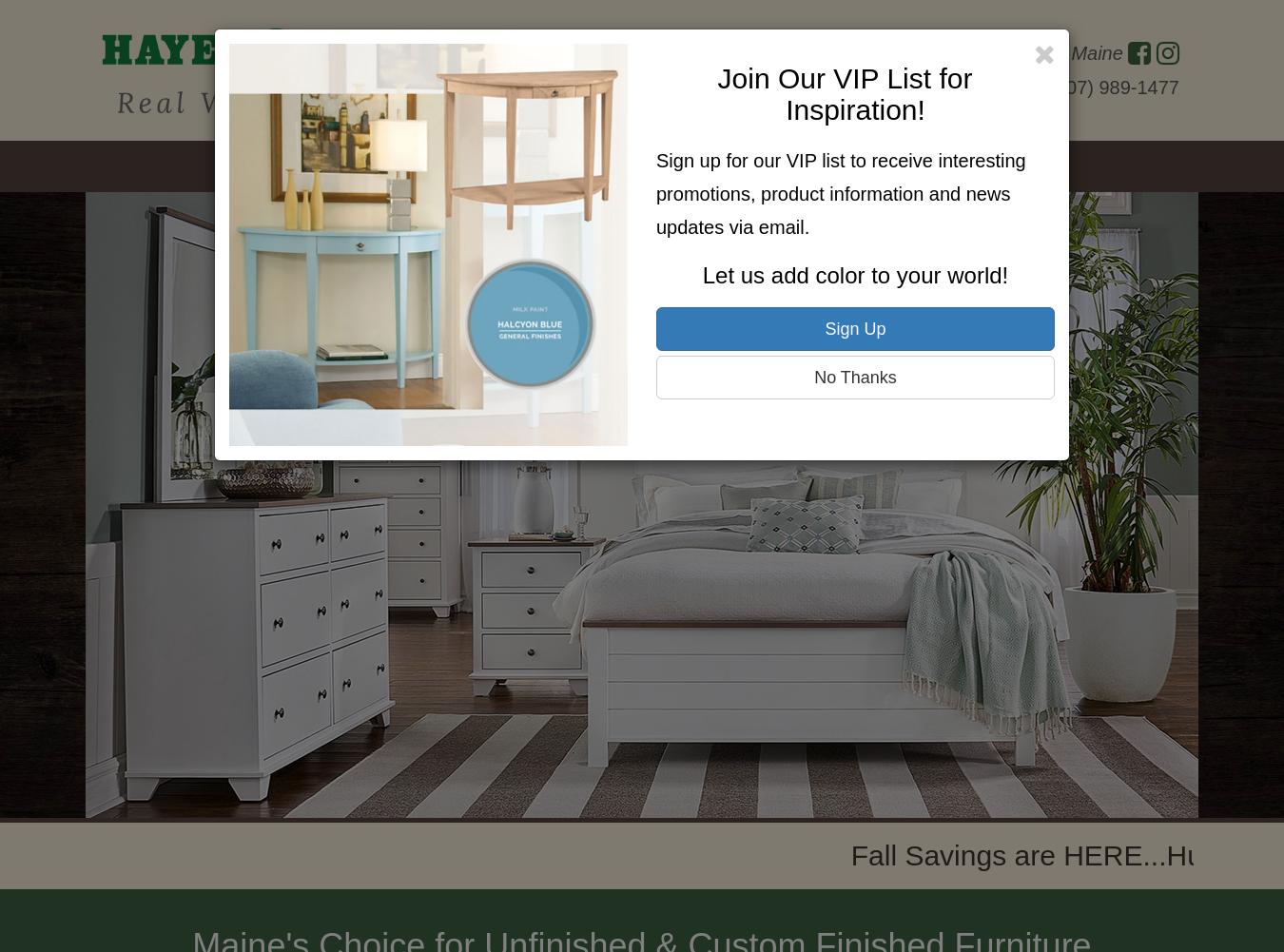 This screenshot has width=1284, height=952. I want to click on 'Videos', so click(871, 166).